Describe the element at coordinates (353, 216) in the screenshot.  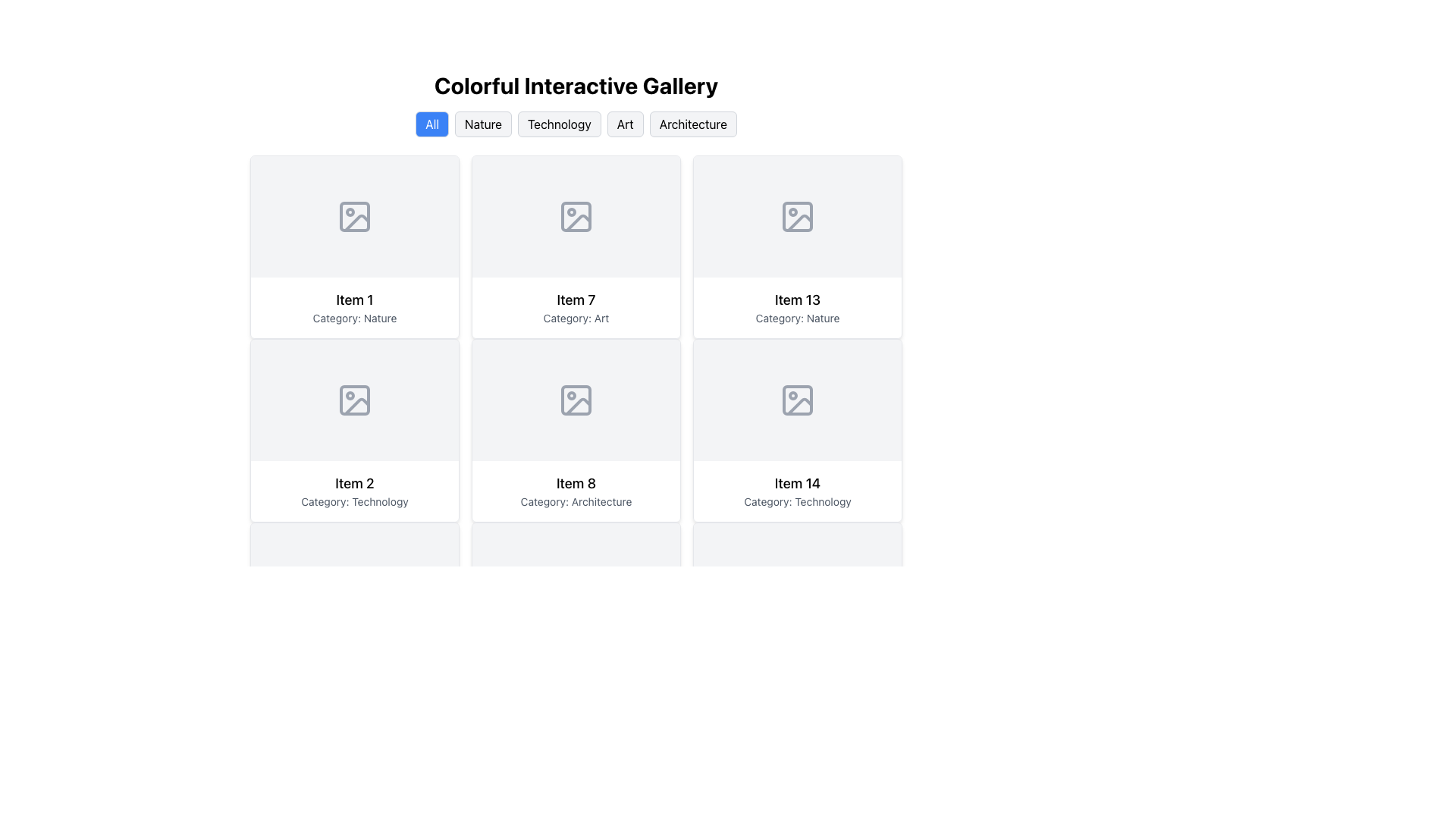
I see `the top-left placeholder element in the grid layout that is designated for displaying an image or graphical content` at that location.